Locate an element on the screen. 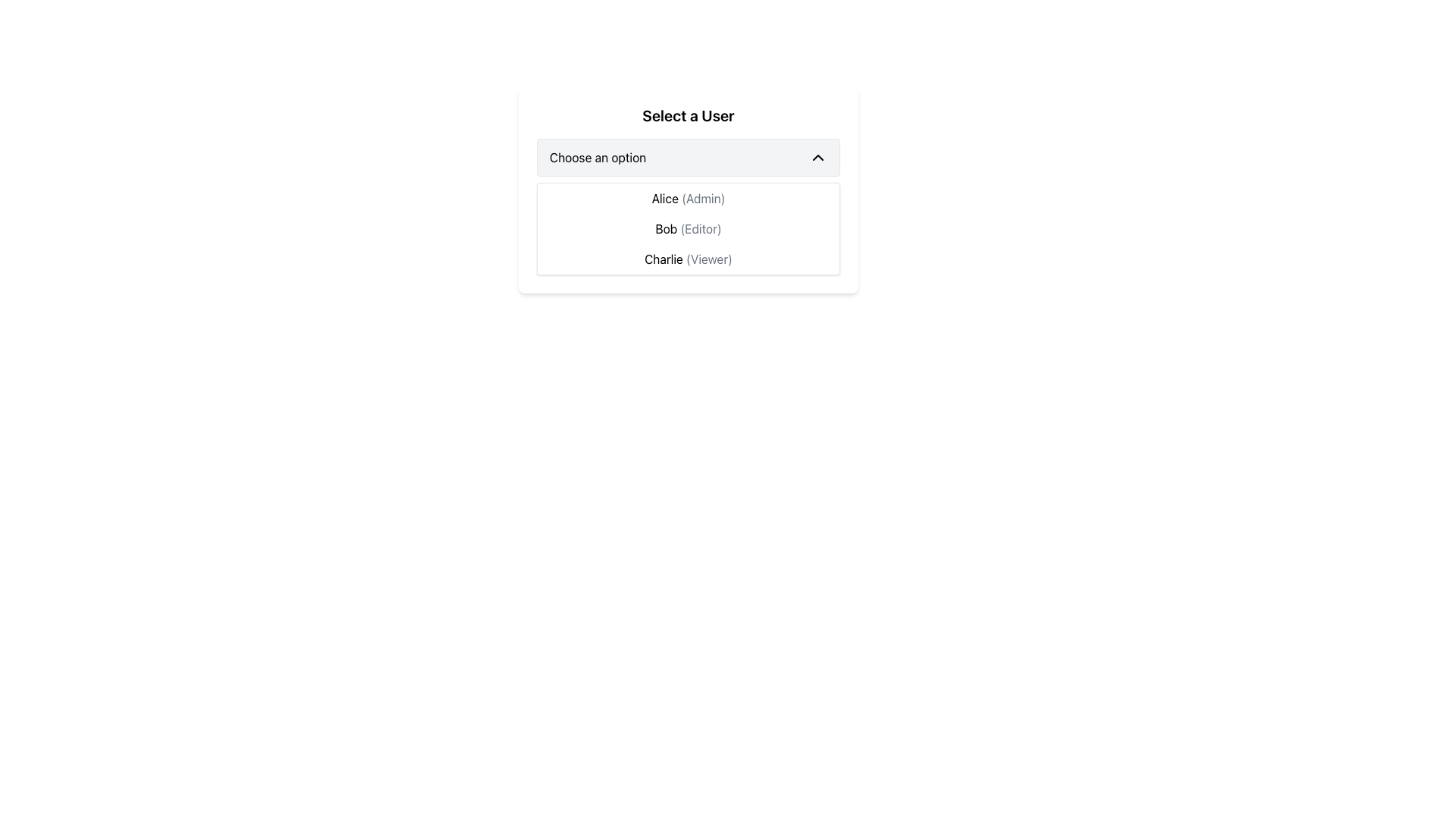  the selectable list item labeled 'Alice (Admin)' in the dropdown menu is located at coordinates (687, 189).